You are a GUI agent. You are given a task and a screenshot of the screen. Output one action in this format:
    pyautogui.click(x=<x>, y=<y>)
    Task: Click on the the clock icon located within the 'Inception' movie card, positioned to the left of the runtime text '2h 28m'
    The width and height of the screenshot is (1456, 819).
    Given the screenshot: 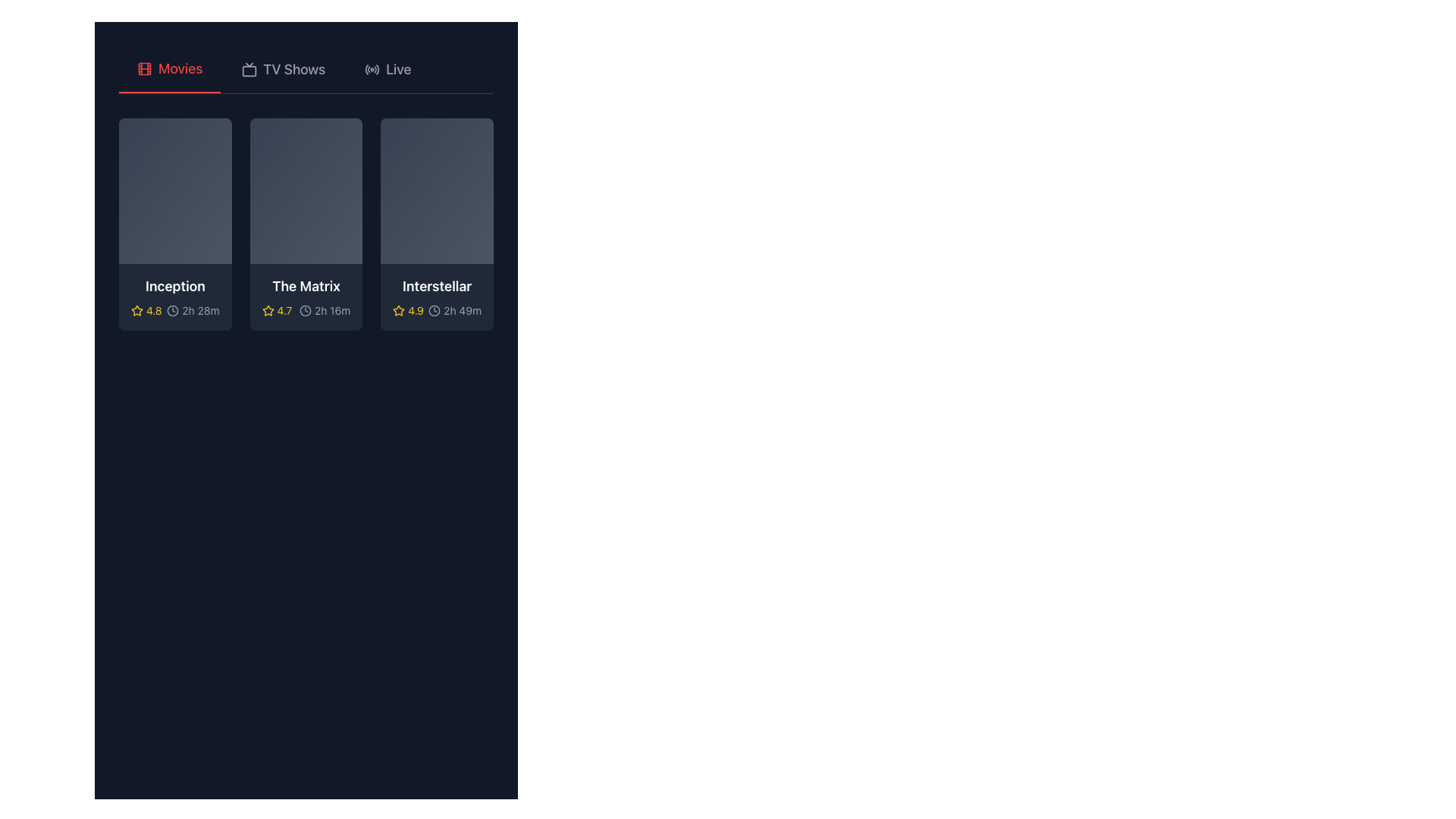 What is the action you would take?
    pyautogui.click(x=173, y=309)
    